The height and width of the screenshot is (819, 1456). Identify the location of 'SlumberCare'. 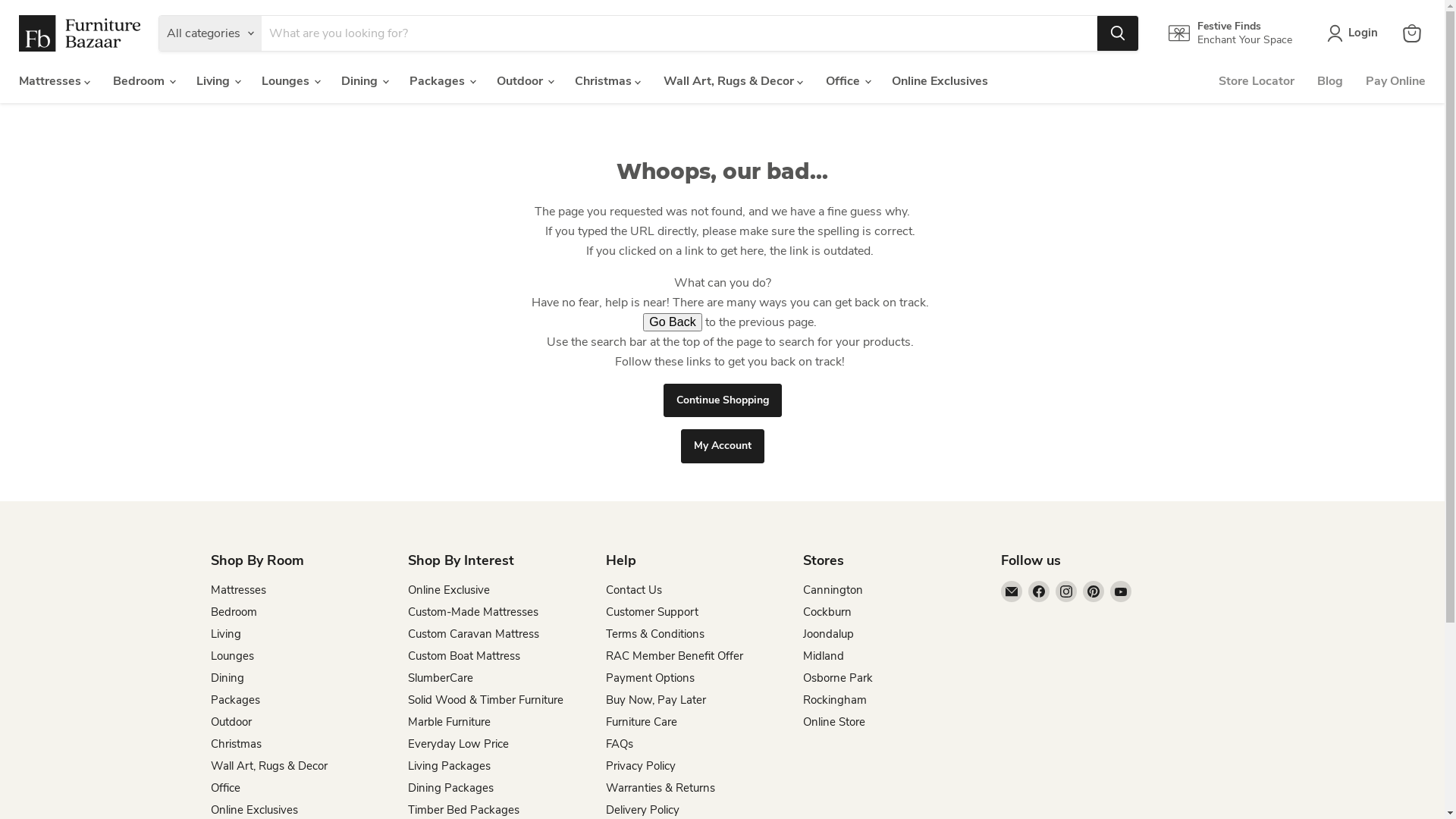
(439, 677).